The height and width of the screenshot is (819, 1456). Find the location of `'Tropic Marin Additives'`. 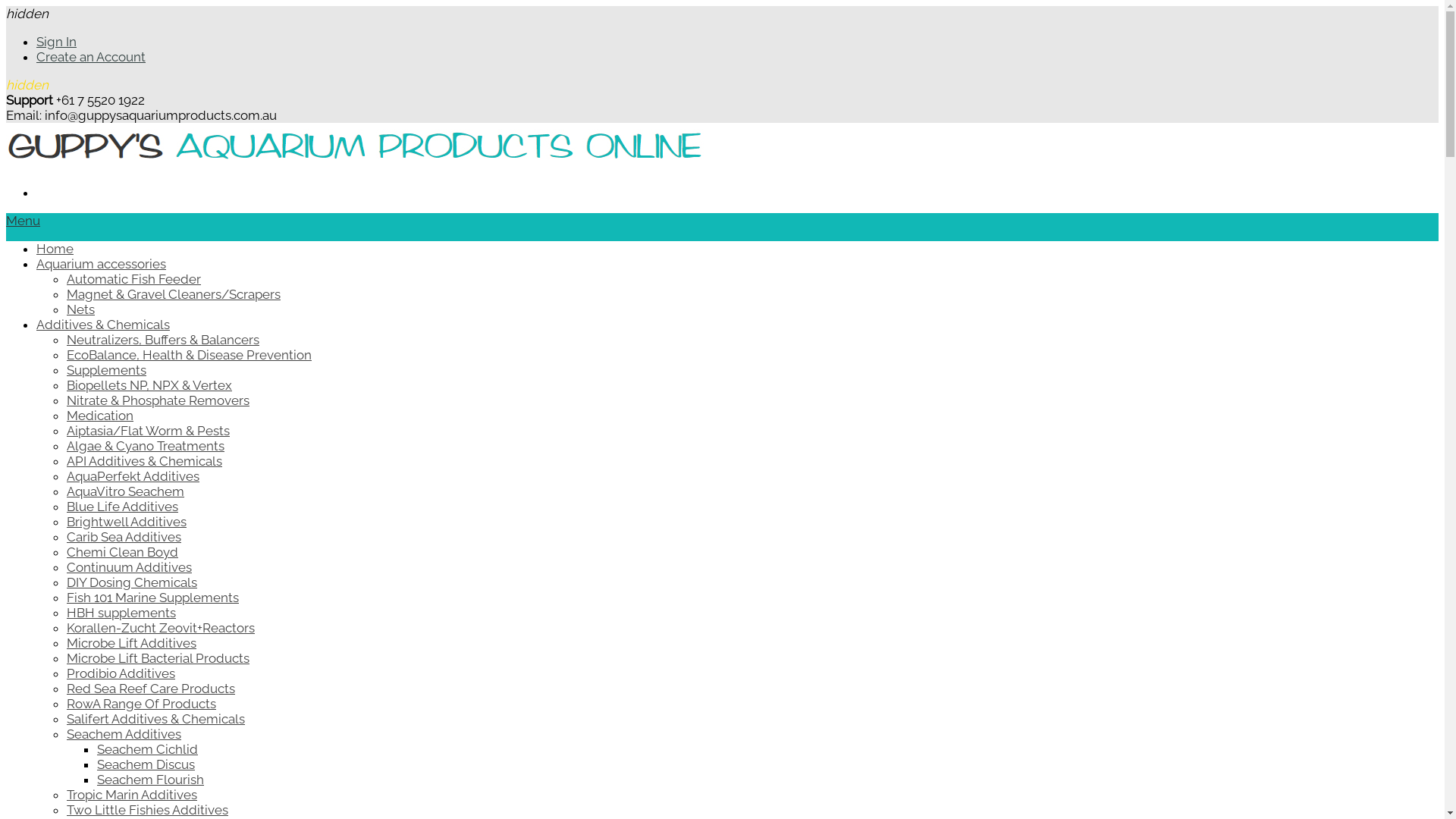

'Tropic Marin Additives' is located at coordinates (131, 794).